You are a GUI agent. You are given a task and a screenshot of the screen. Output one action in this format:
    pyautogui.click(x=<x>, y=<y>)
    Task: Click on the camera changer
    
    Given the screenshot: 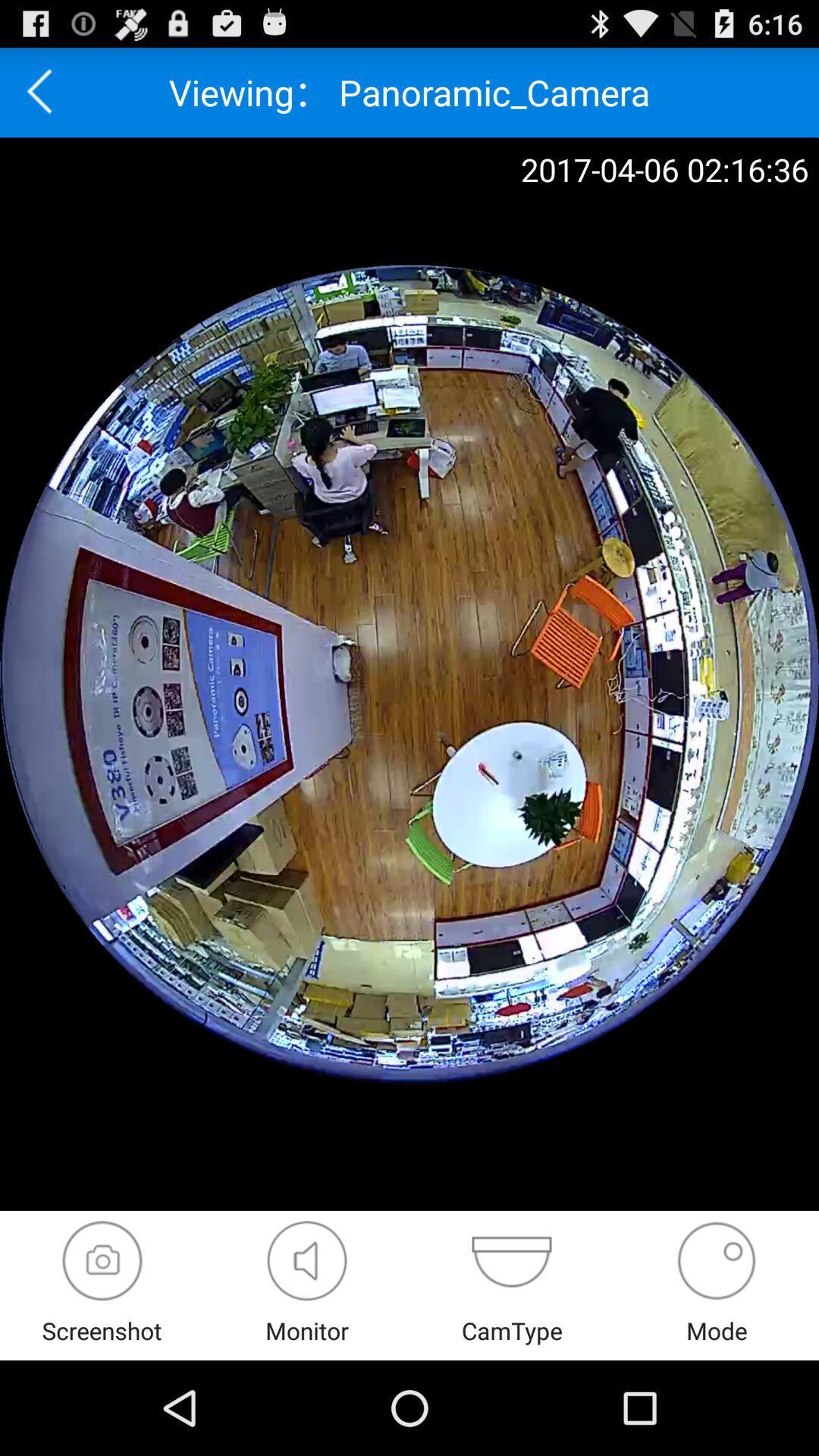 What is the action you would take?
    pyautogui.click(x=512, y=1260)
    